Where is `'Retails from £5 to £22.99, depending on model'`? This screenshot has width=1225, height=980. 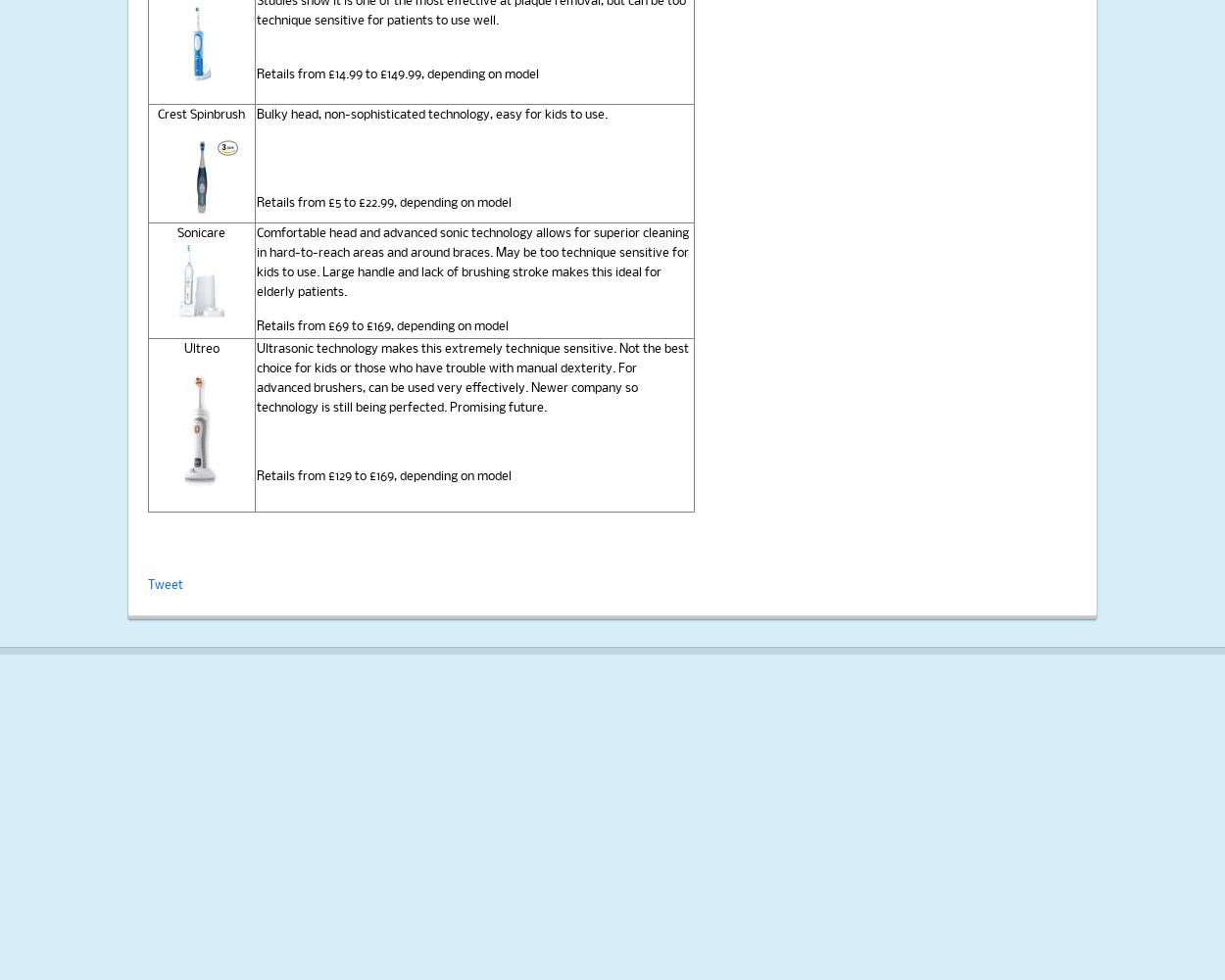 'Retails from £5 to £22.99, depending on model' is located at coordinates (383, 202).